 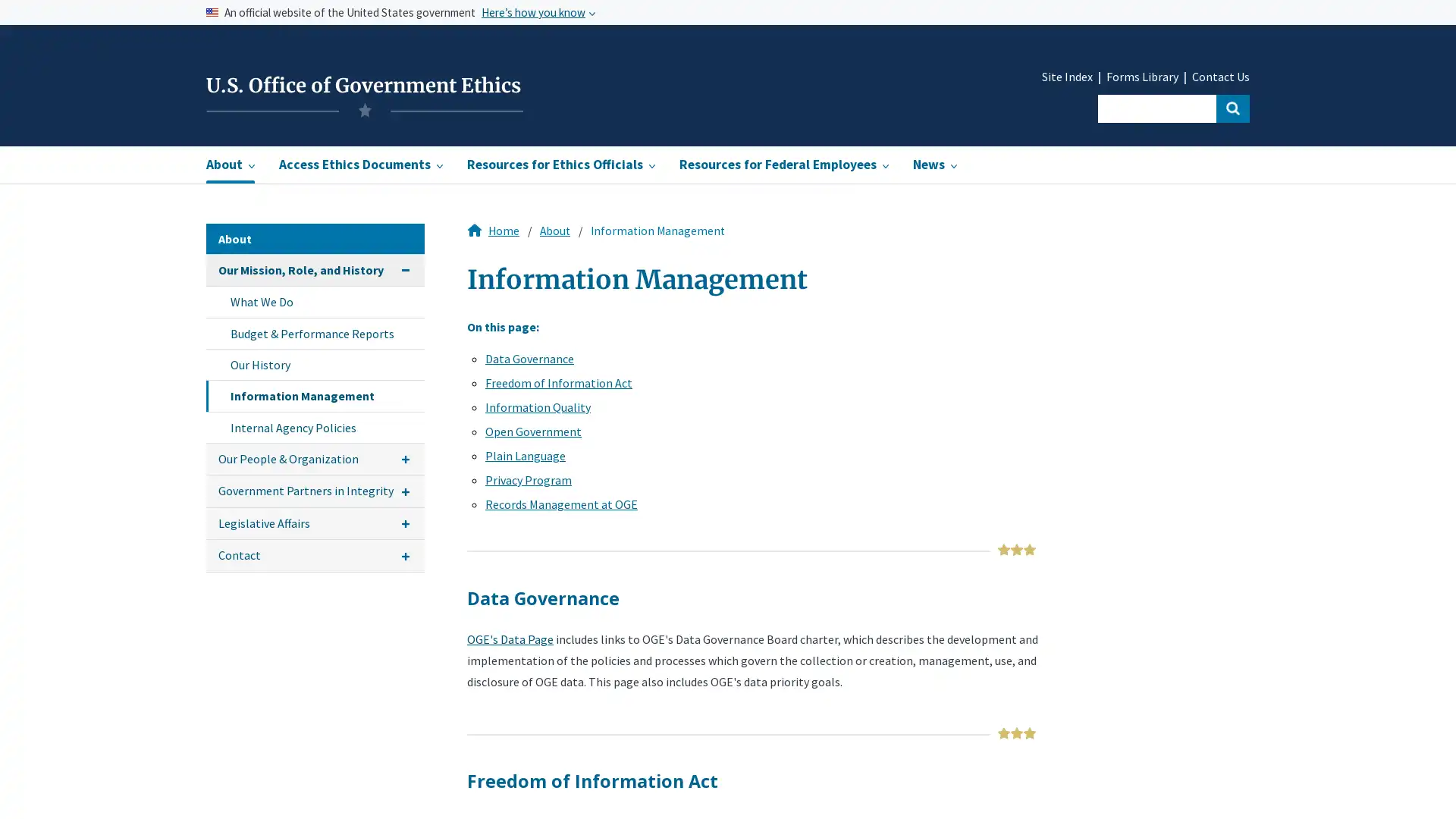 What do you see at coordinates (229, 164) in the screenshot?
I see `About` at bounding box center [229, 164].